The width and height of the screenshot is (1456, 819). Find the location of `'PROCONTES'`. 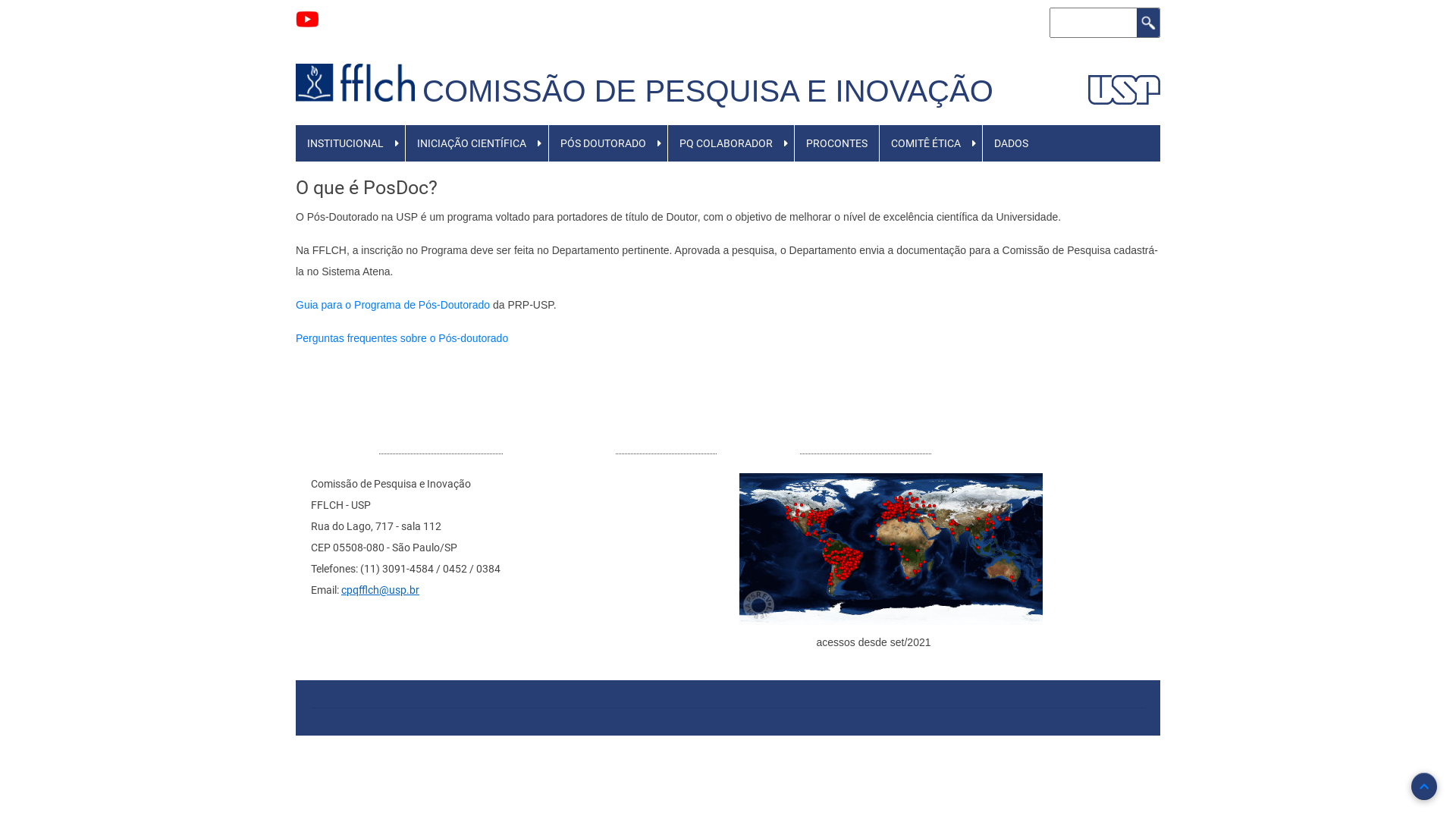

'PROCONTES' is located at coordinates (836, 143).